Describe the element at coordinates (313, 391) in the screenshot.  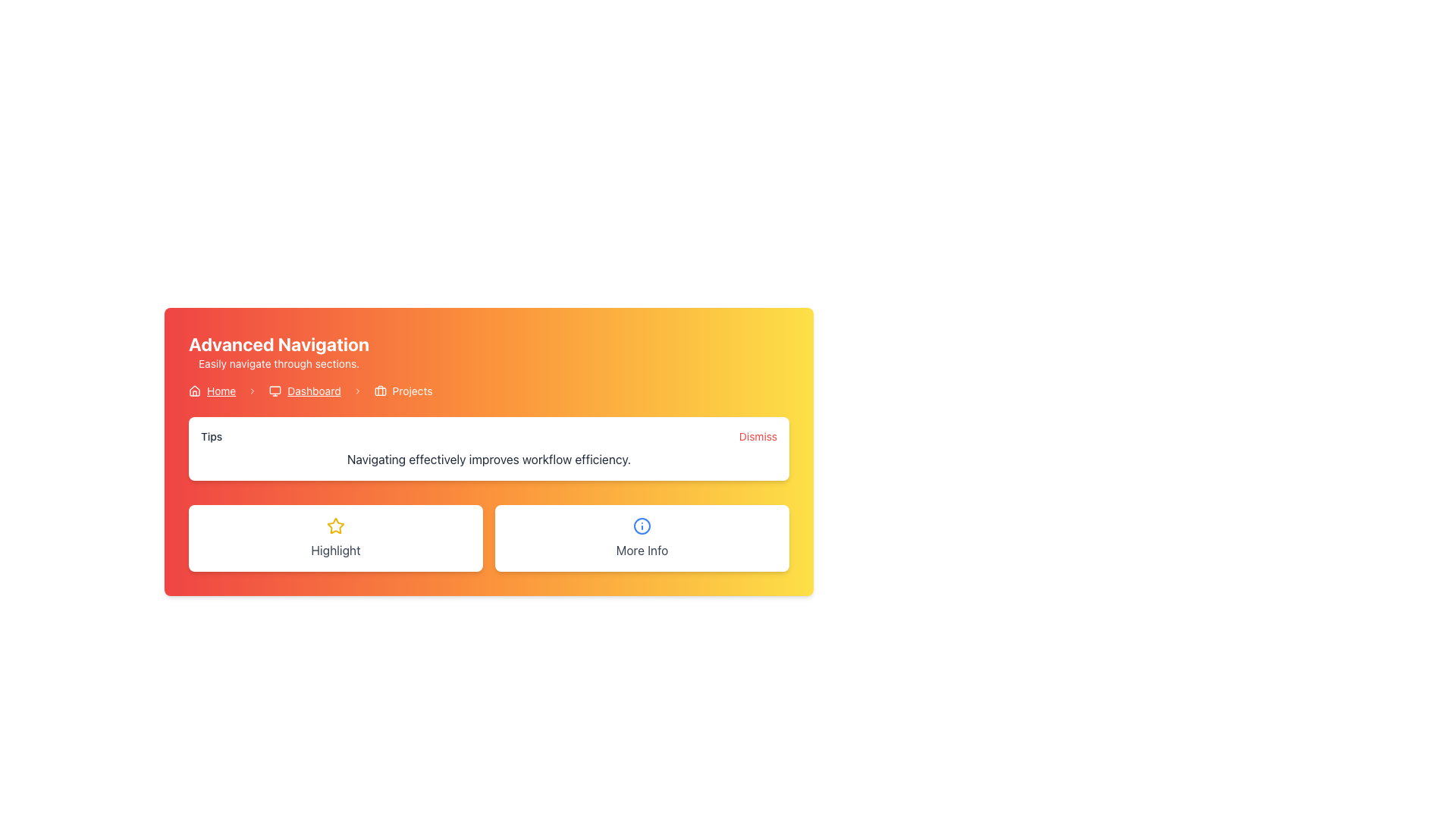
I see `the 'Dashboard' hyperlink in the breadcrumb navigation bar` at that location.